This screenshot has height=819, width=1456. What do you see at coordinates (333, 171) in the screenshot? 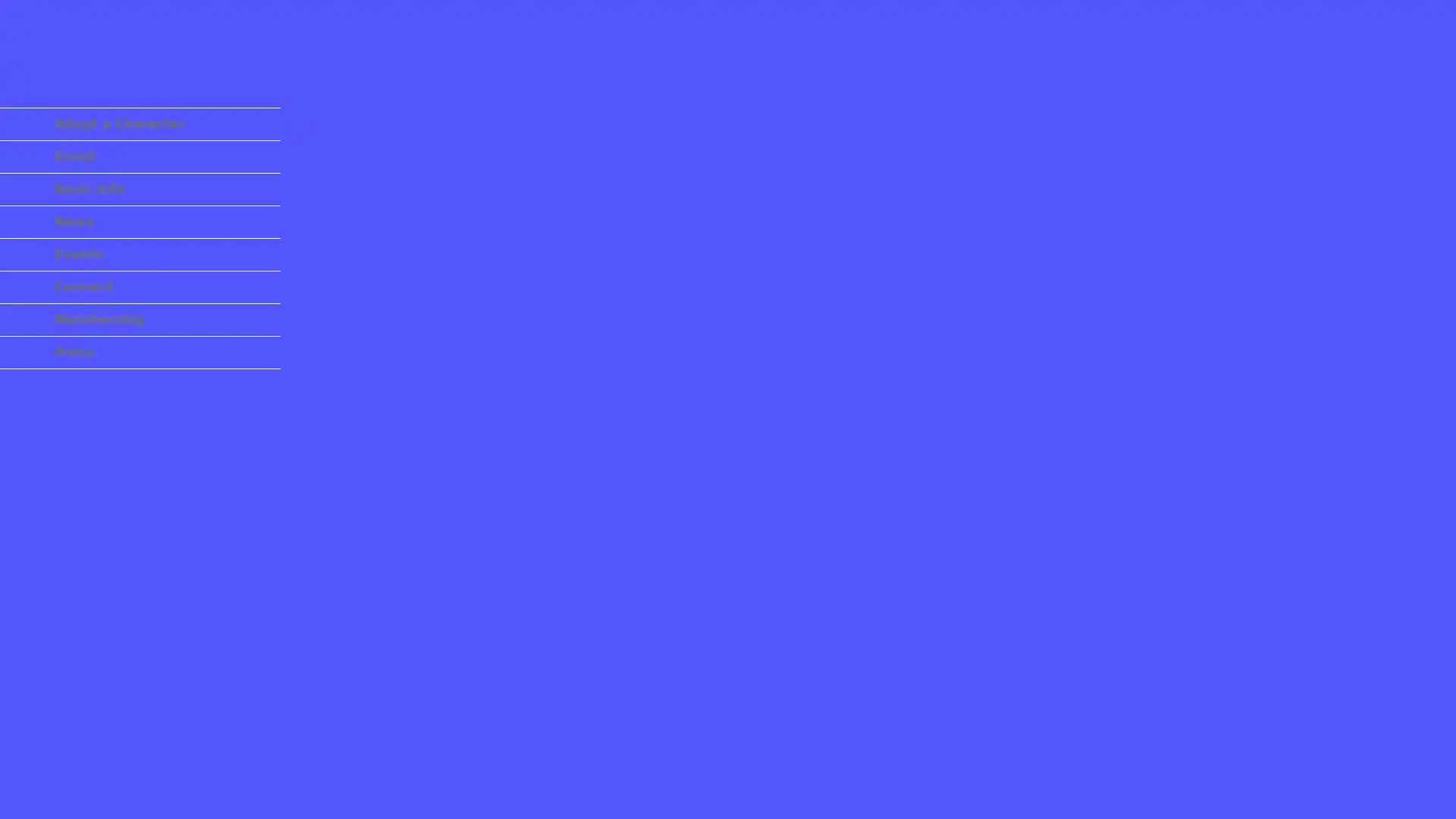
I see `U+00DF` at bounding box center [333, 171].